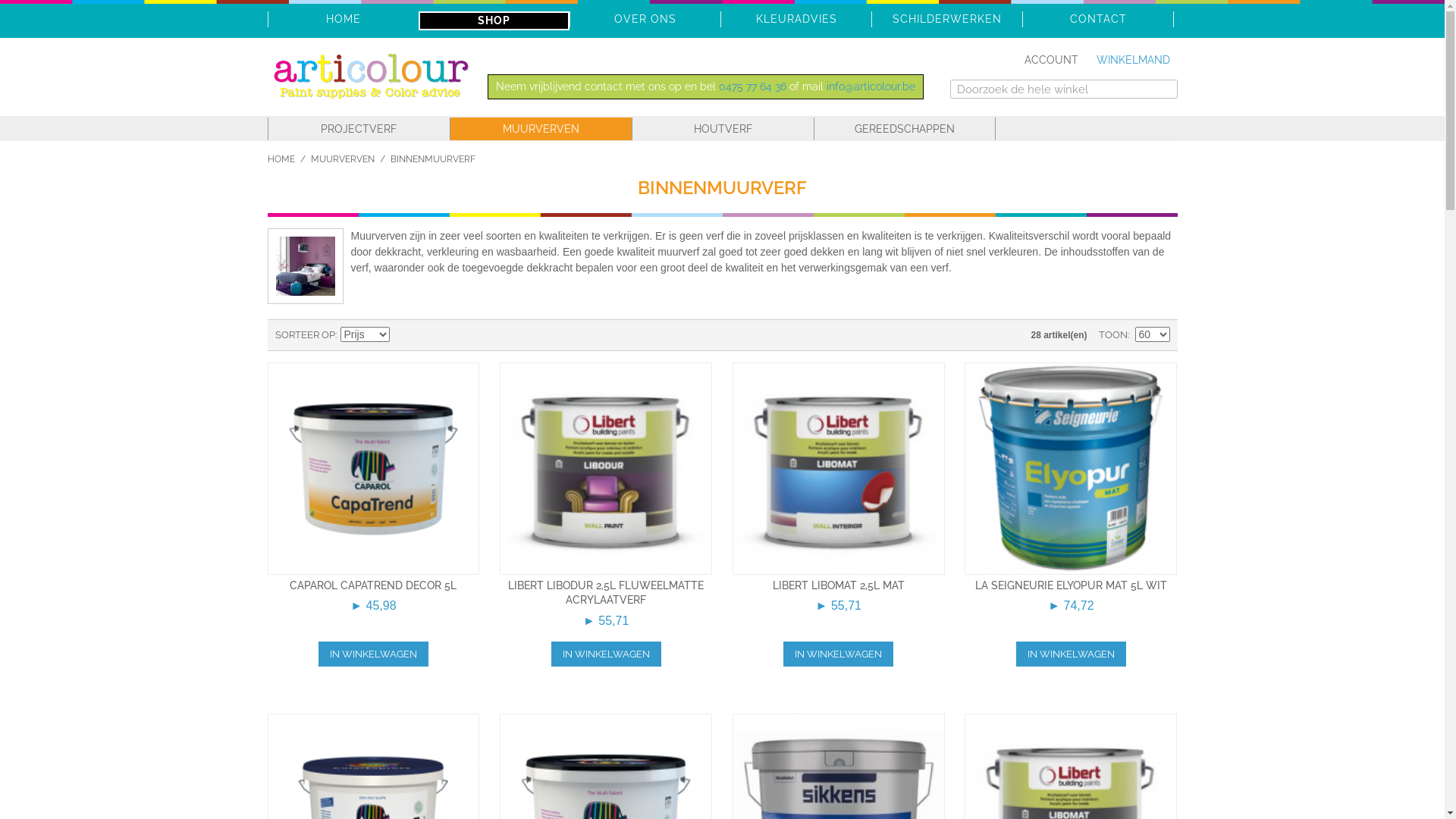 Image resolution: width=1456 pixels, height=819 pixels. Describe the element at coordinates (783, 653) in the screenshot. I see `'IN WINKELWAGEN'` at that location.